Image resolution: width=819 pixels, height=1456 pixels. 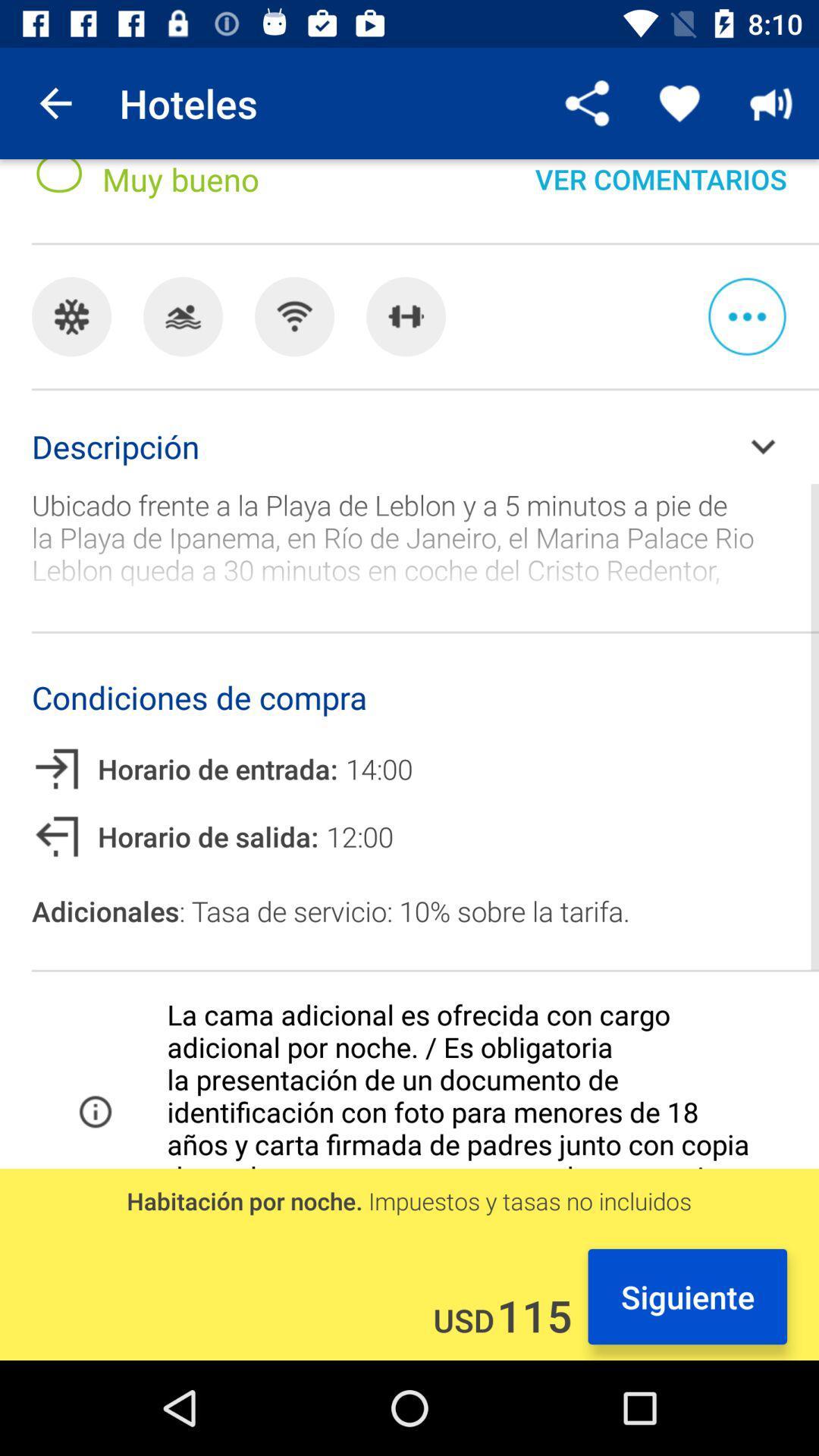 What do you see at coordinates (660, 192) in the screenshot?
I see `the ver comentarios item` at bounding box center [660, 192].